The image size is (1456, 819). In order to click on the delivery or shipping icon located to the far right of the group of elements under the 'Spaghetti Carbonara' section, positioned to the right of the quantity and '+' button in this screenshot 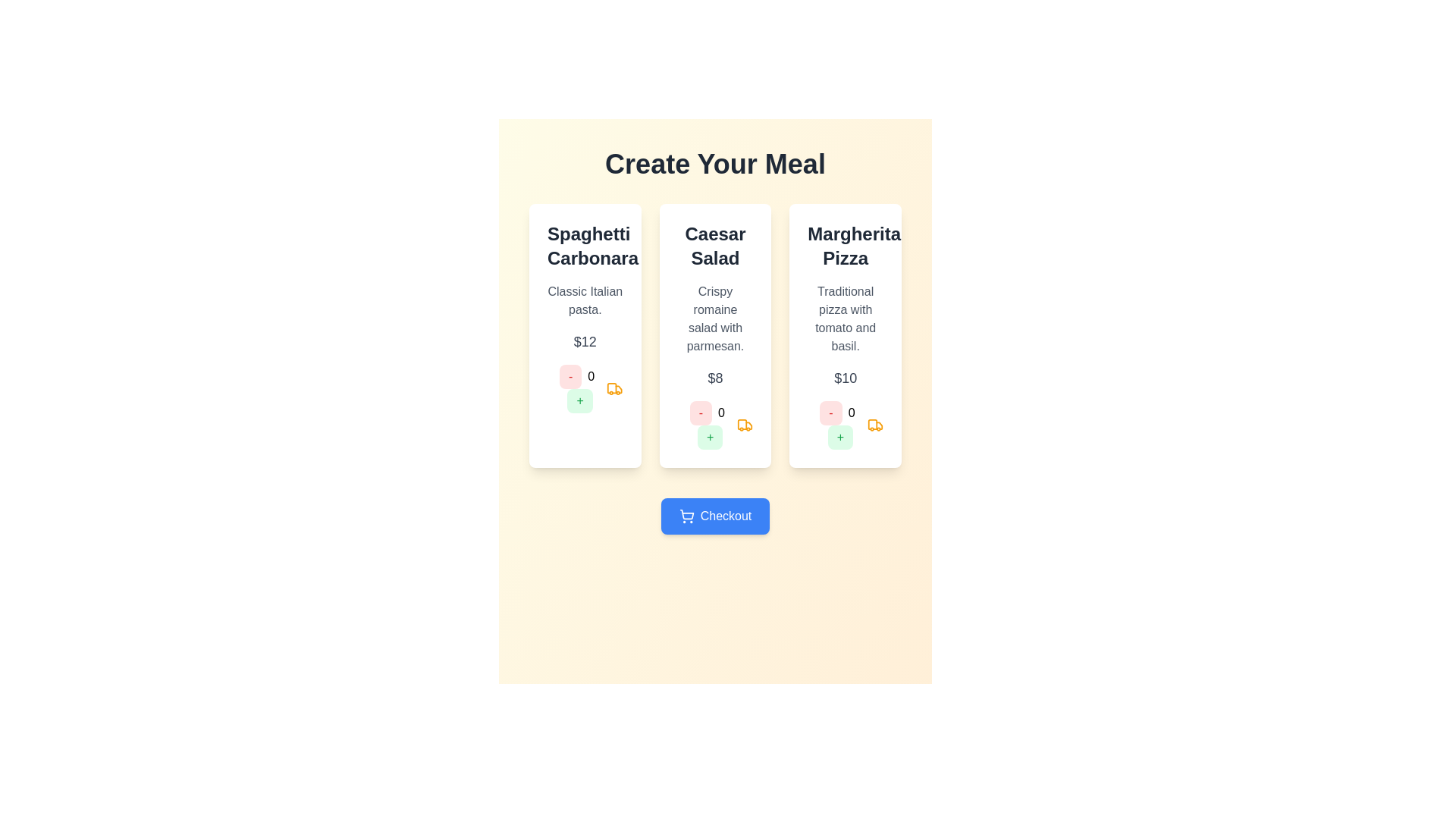, I will do `click(615, 388)`.